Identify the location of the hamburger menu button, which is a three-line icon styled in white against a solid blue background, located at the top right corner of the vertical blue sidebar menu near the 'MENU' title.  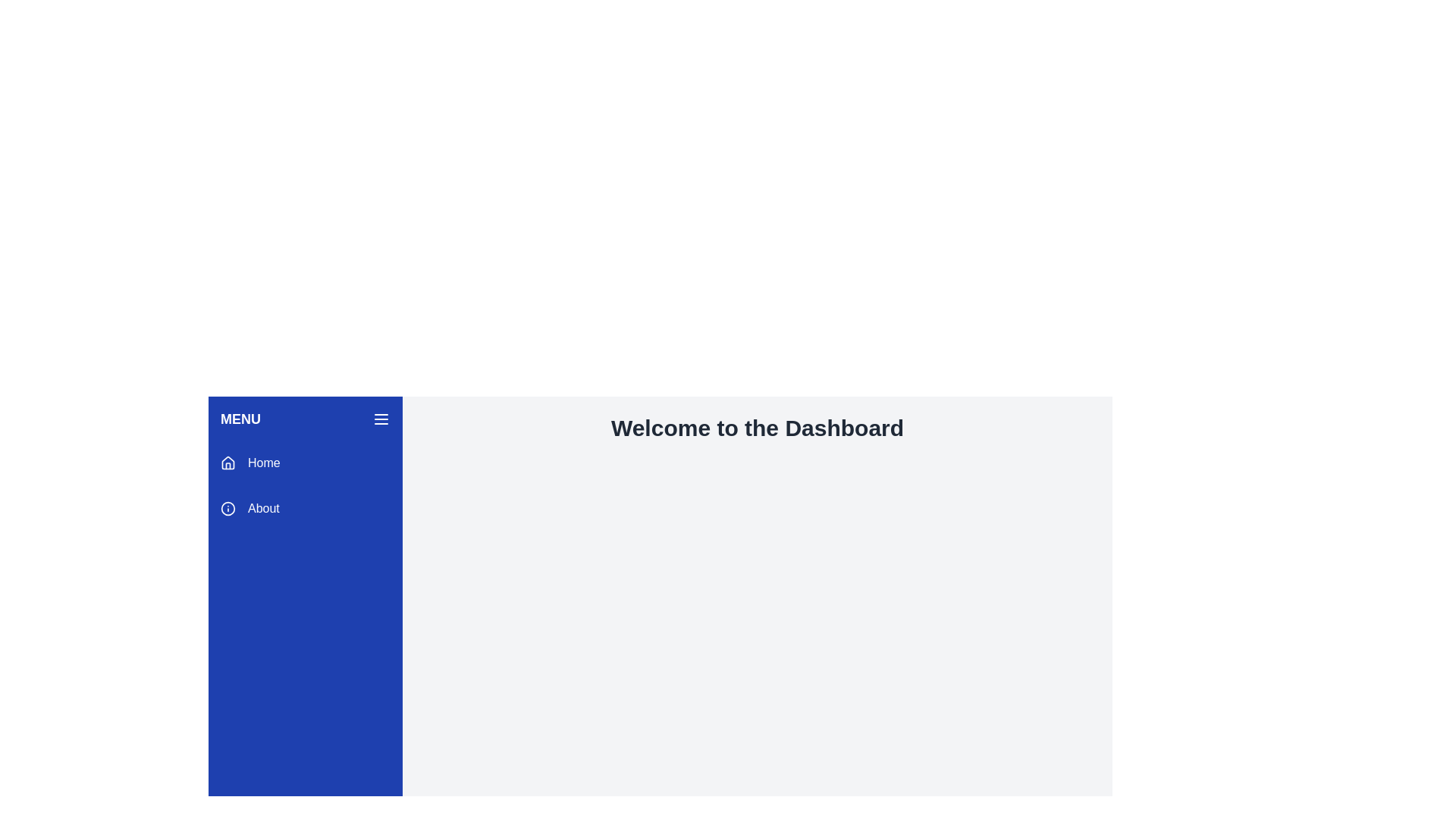
(381, 419).